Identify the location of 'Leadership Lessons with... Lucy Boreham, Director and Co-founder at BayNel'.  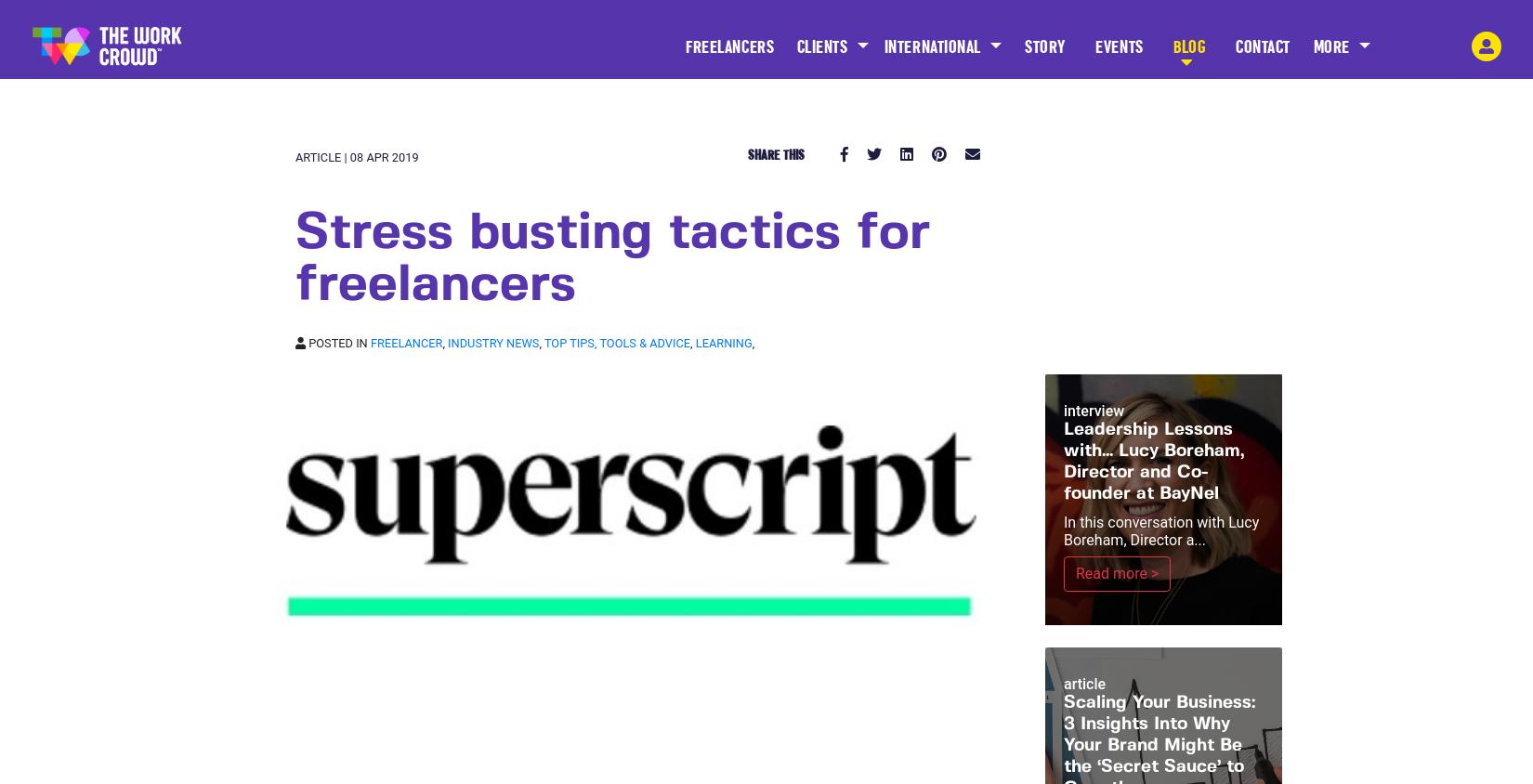
(1152, 461).